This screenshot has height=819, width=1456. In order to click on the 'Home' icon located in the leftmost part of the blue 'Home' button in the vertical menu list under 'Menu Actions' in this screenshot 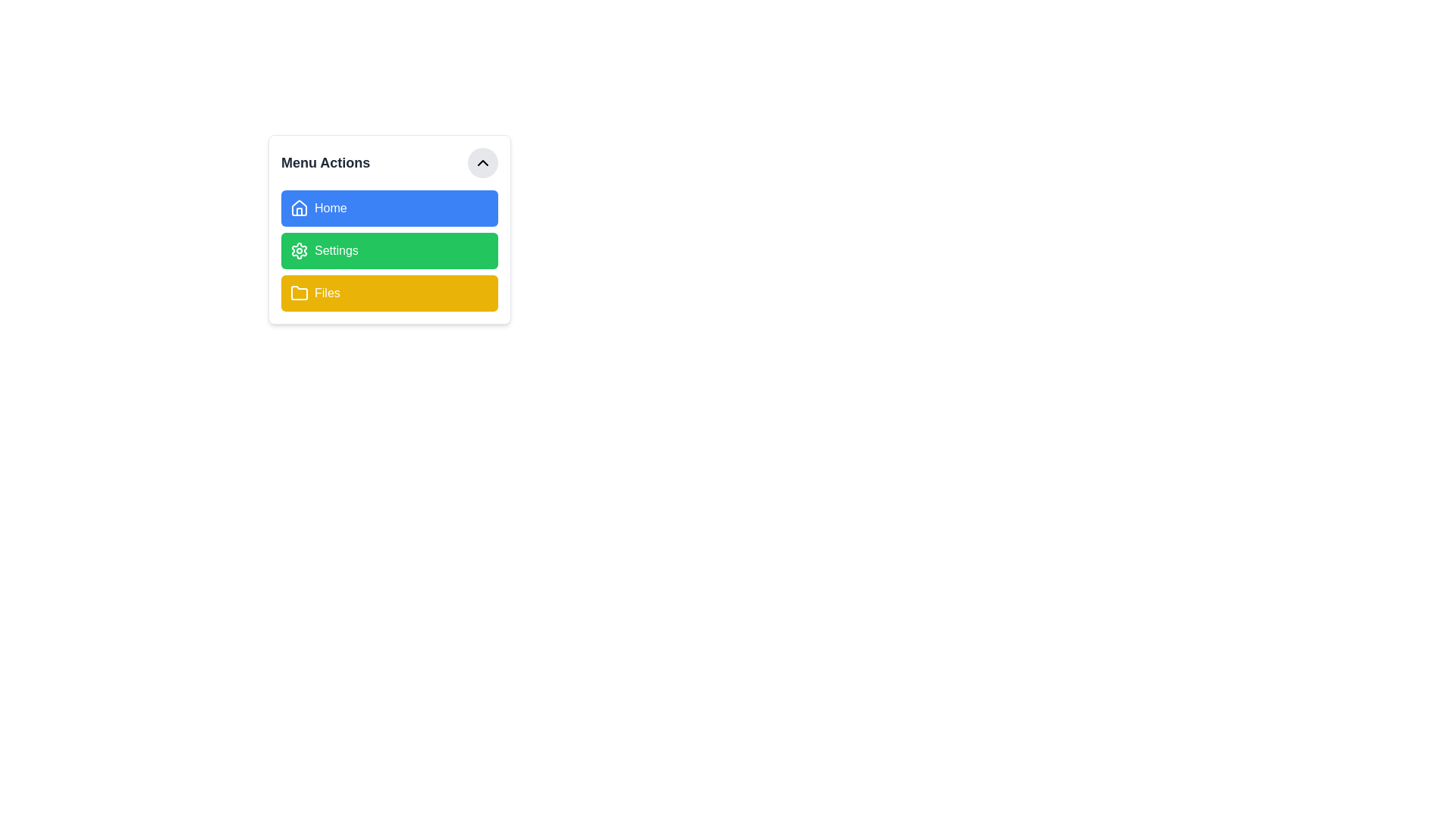, I will do `click(299, 208)`.